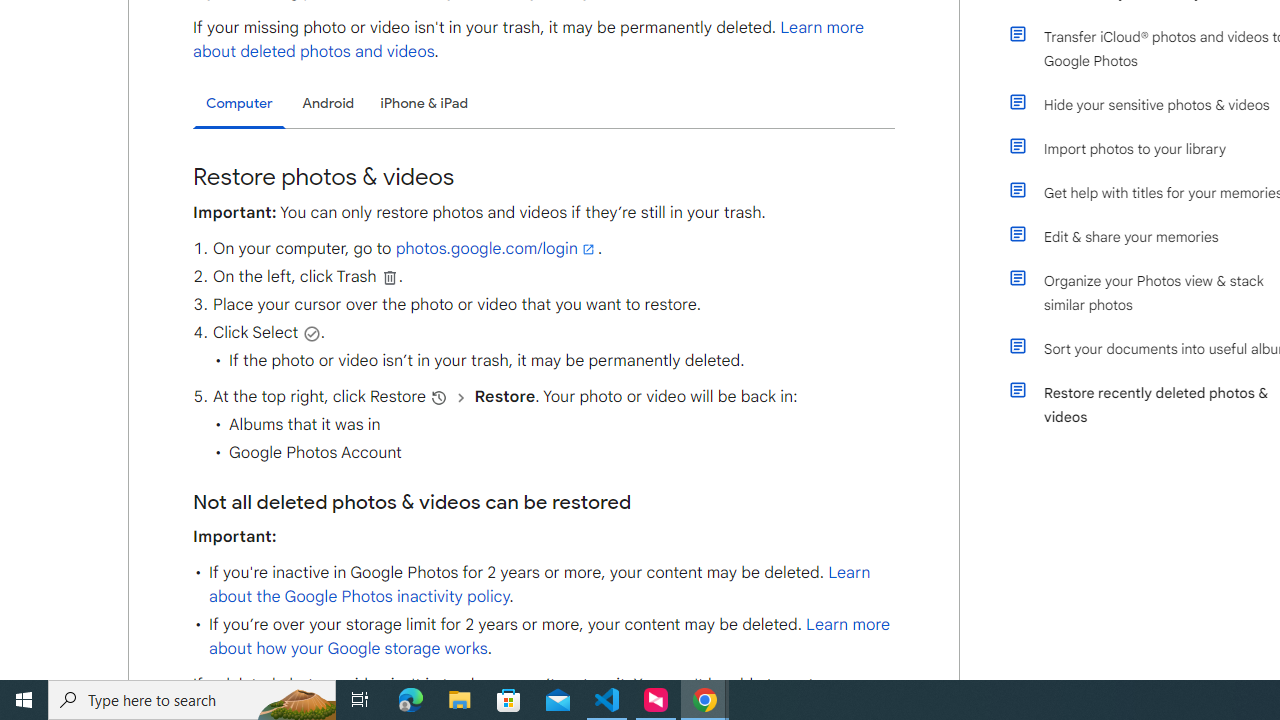  What do you see at coordinates (239, 104) in the screenshot?
I see `'Computer'` at bounding box center [239, 104].